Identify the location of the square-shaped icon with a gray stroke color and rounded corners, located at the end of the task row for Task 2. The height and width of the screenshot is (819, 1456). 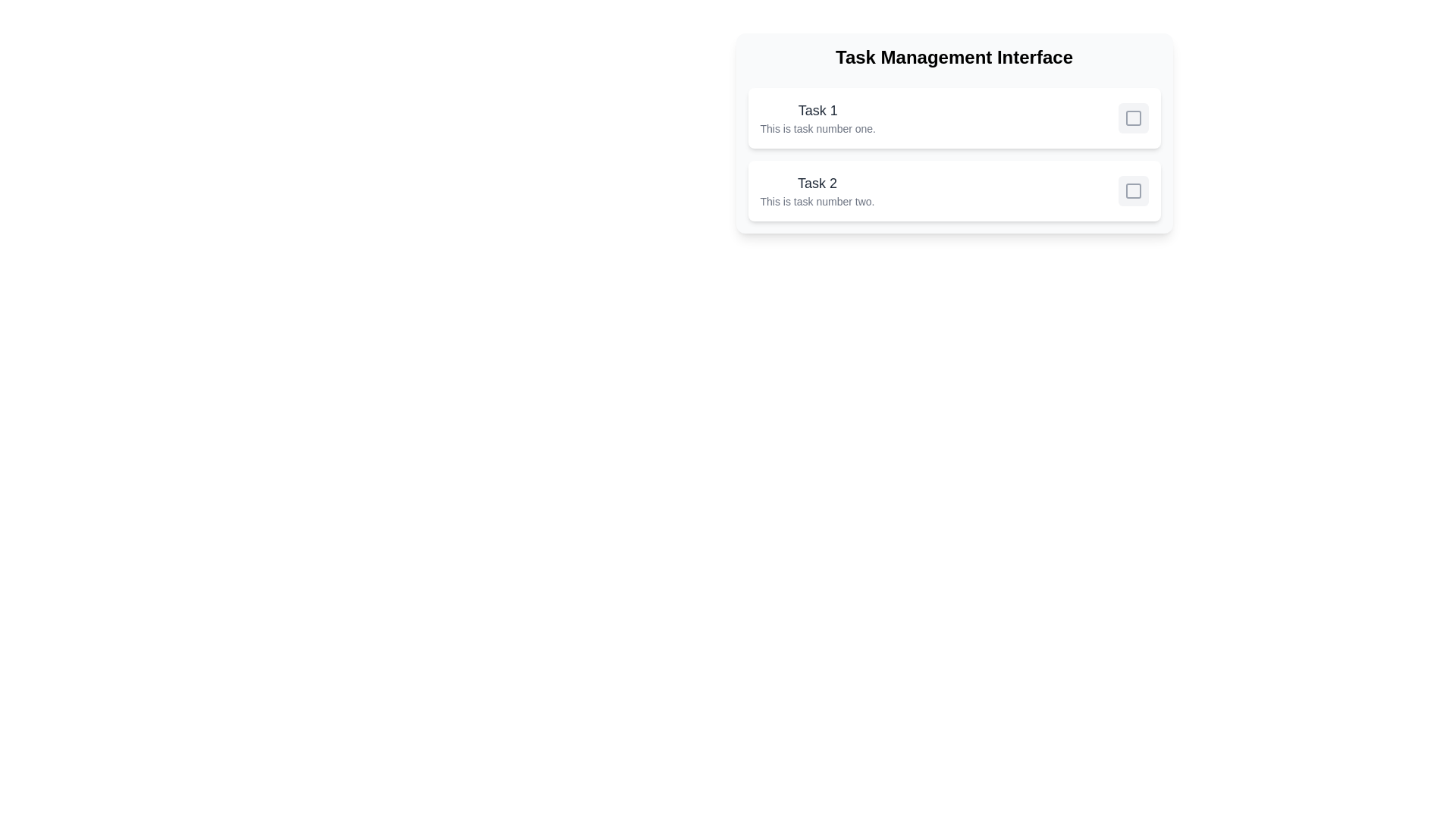
(1133, 190).